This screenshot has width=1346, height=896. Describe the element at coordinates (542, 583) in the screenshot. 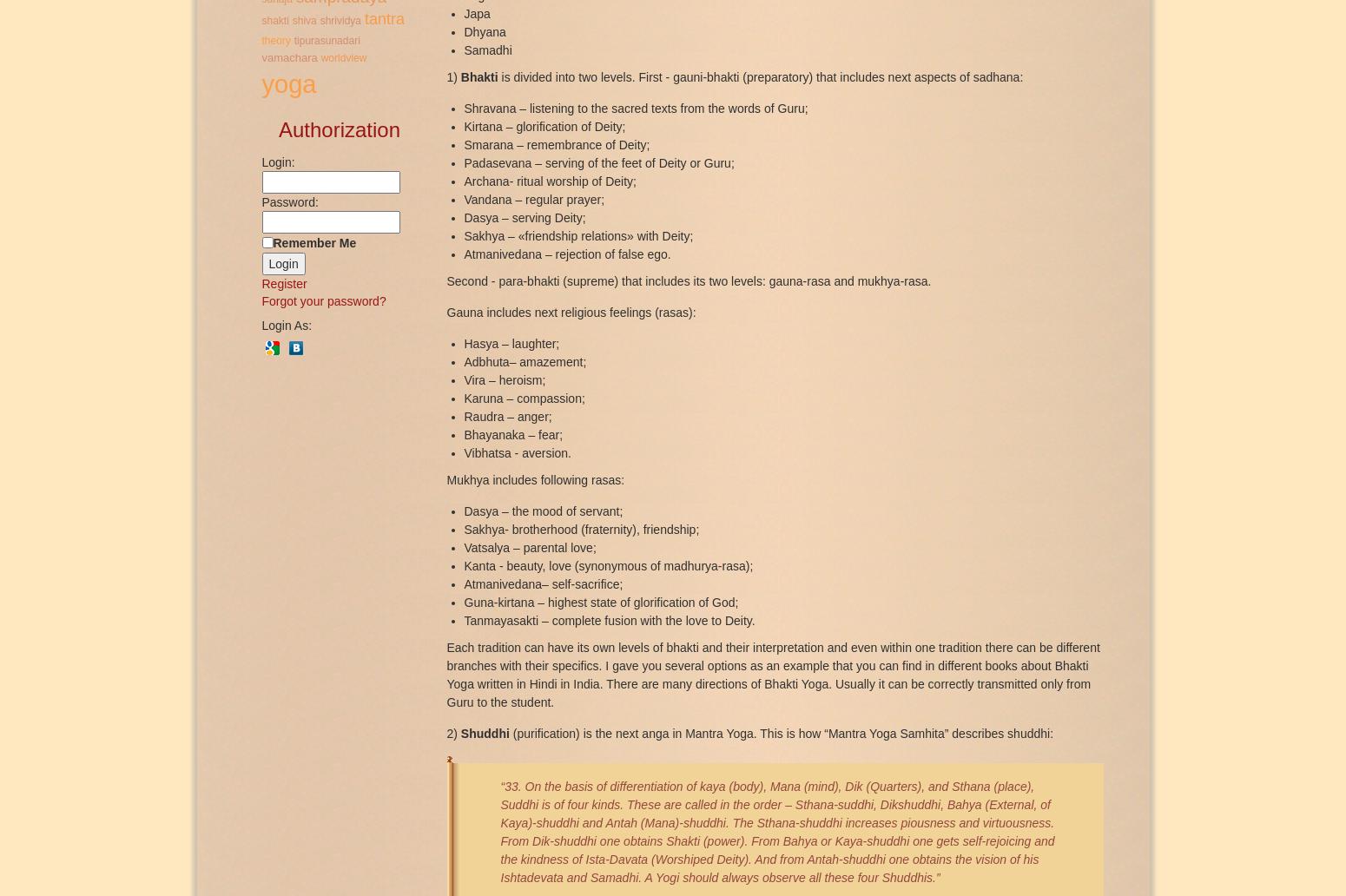

I see `'Atmanivedana– self-sacrifice;'` at that location.